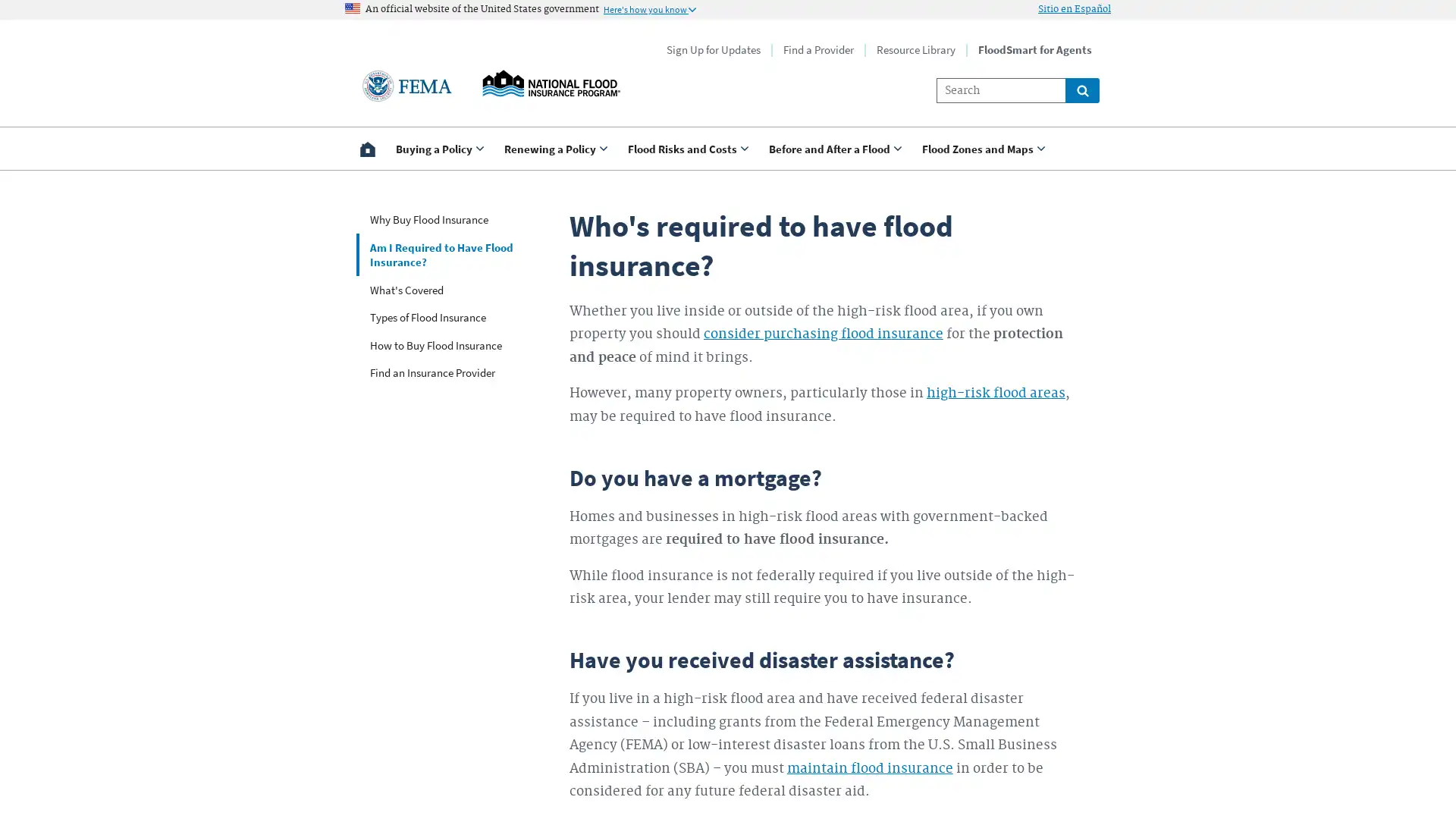  What do you see at coordinates (557, 148) in the screenshot?
I see `Use <enter> and shift + <enter> to open and close the drop down to sub-menus` at bounding box center [557, 148].